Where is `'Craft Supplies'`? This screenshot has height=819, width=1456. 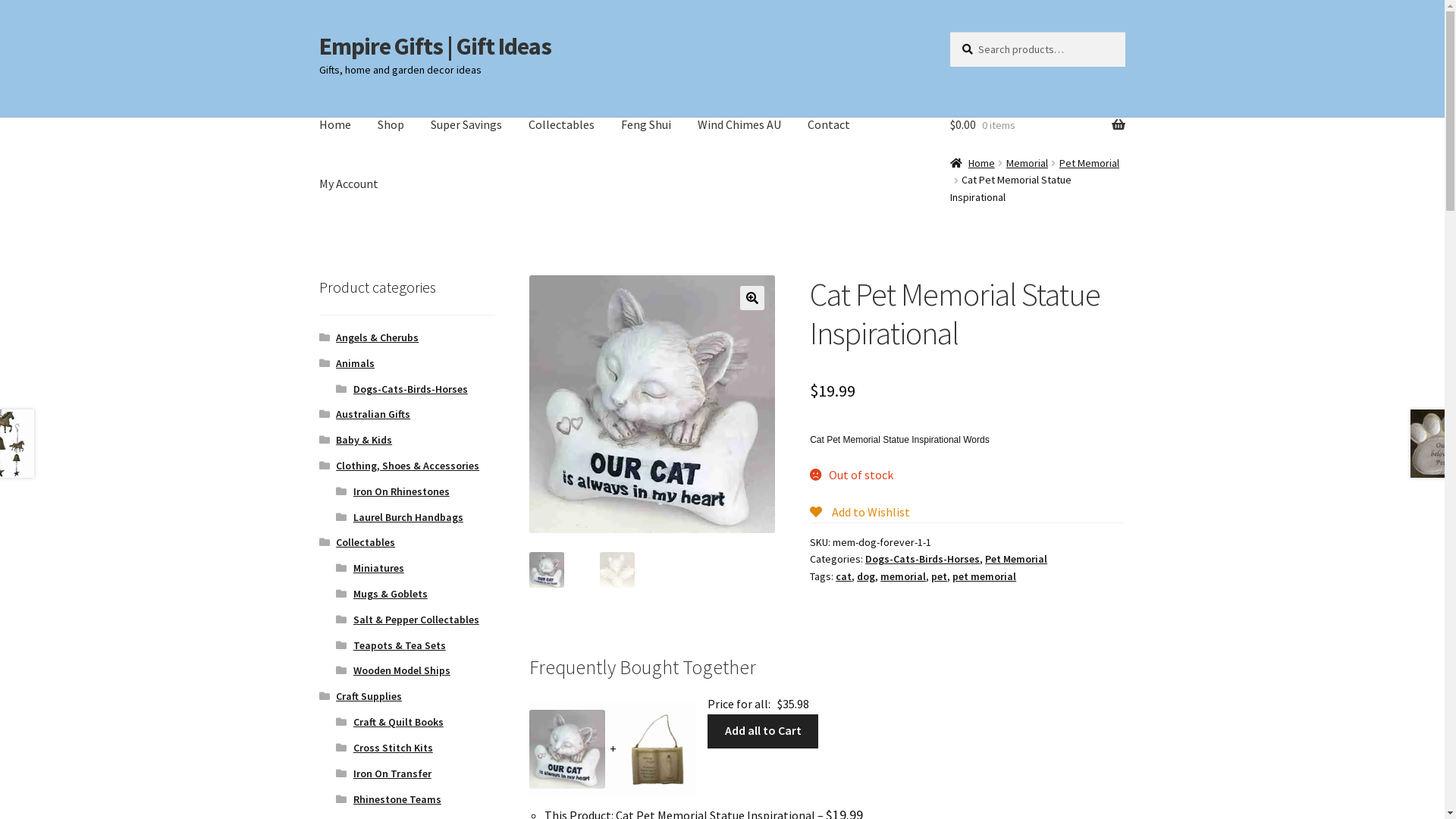 'Craft Supplies' is located at coordinates (369, 696).